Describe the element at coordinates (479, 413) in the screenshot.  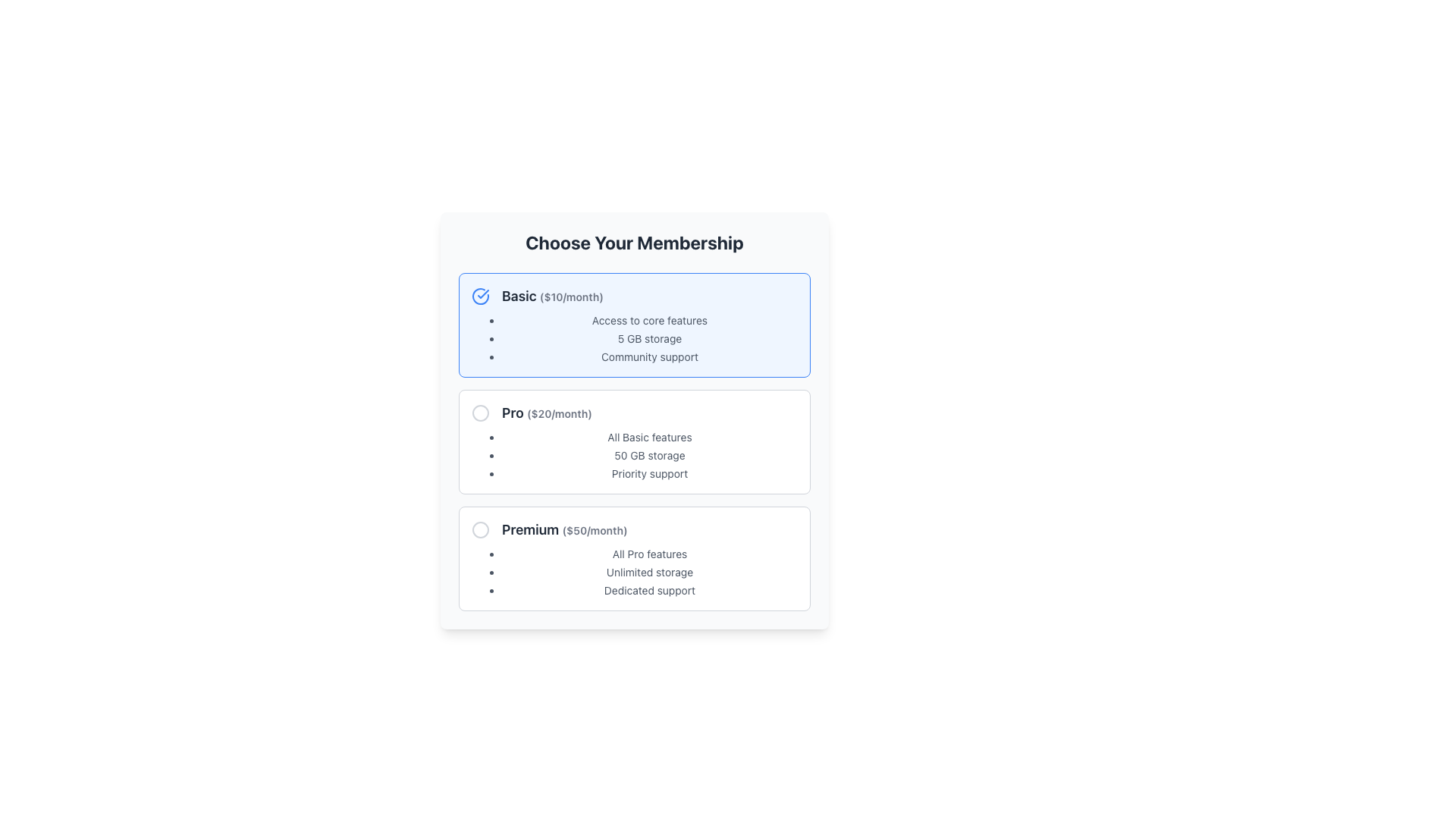
I see `the circular gray icon located to the immediate left of the text 'Pro ($20/month)' in the membership tier options` at that location.